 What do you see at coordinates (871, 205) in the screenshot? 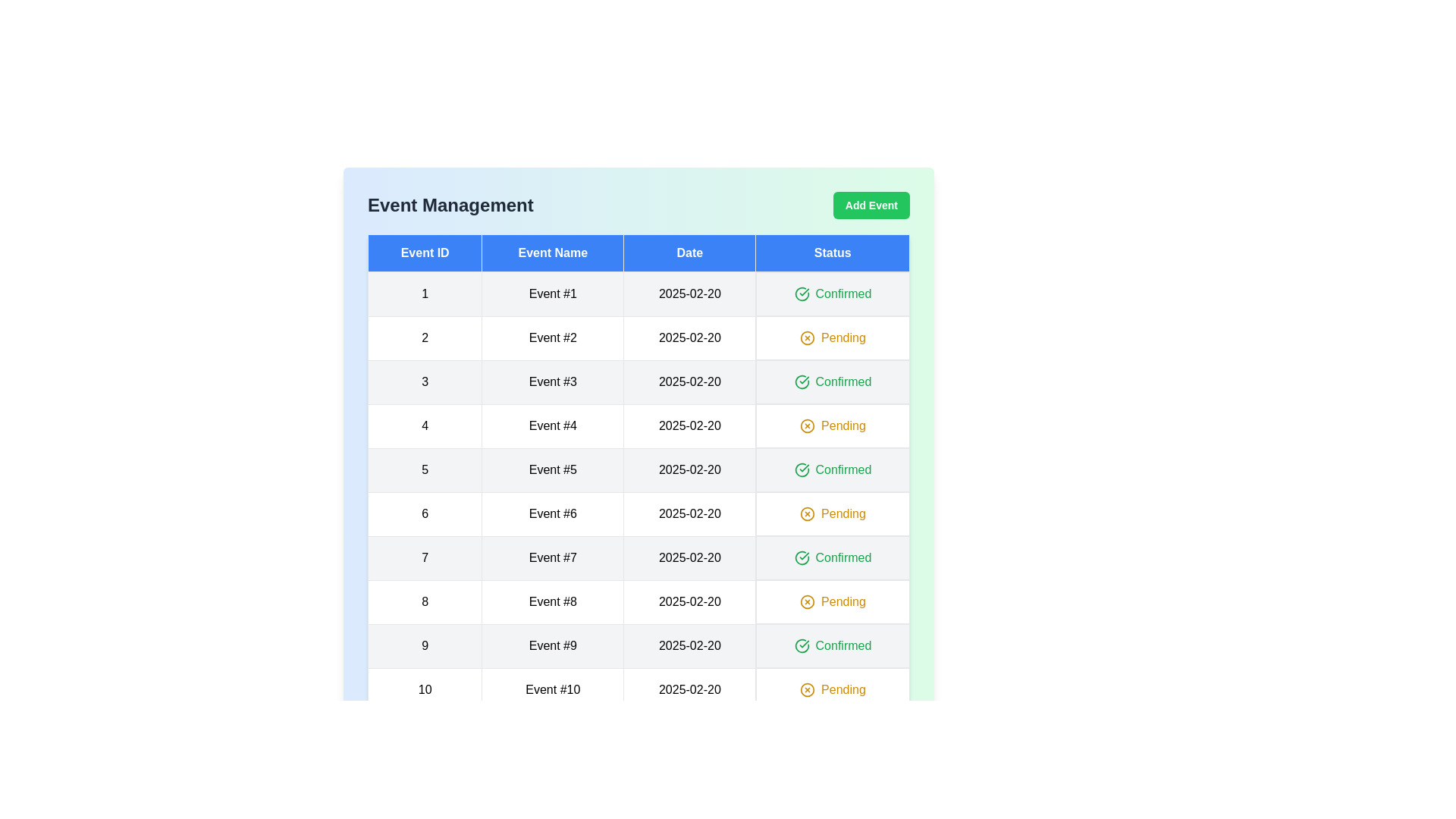
I see `'Add Event' button to initiate a new event creation` at bounding box center [871, 205].